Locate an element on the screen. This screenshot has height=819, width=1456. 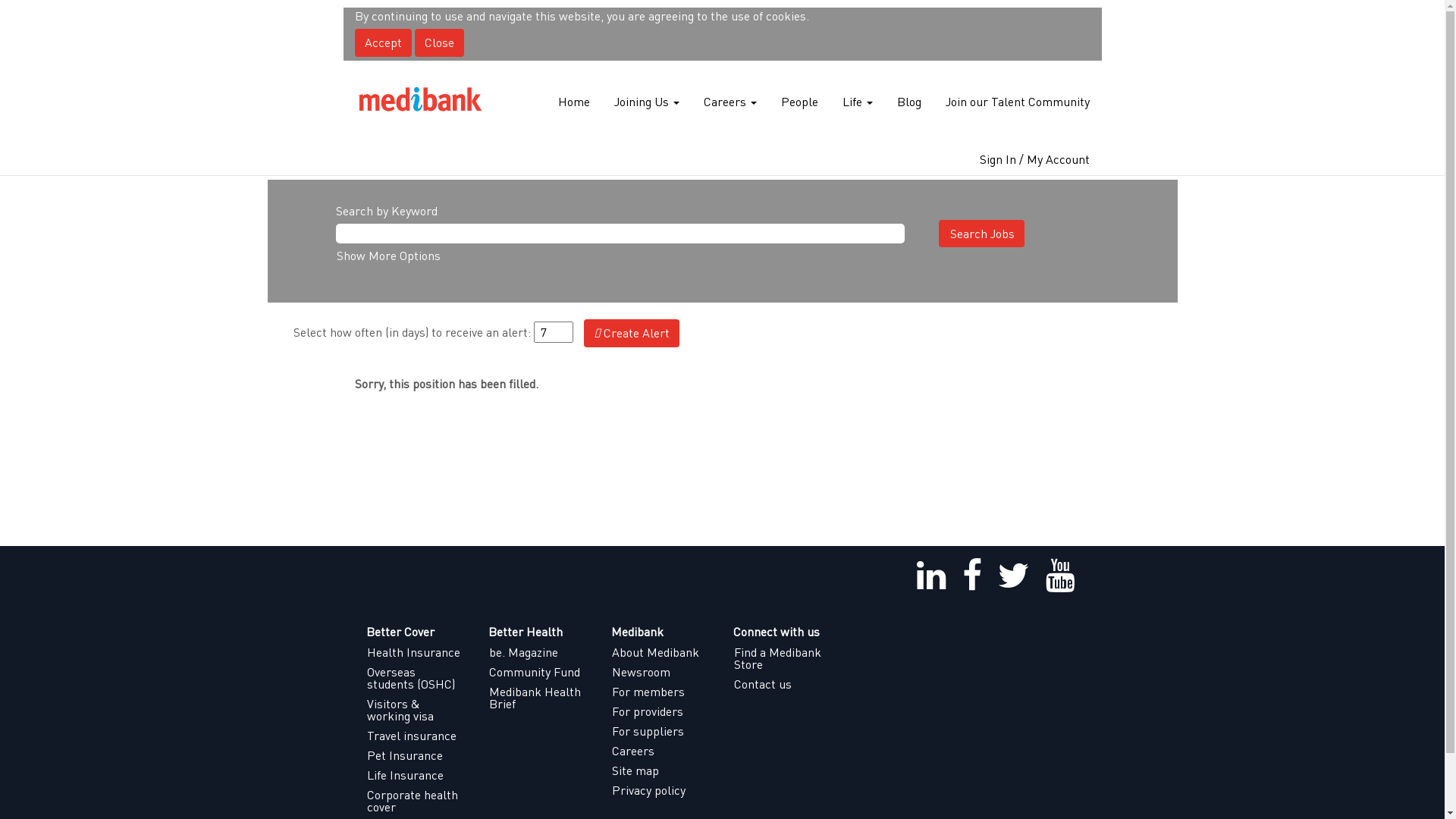
'Pet Insurance' is located at coordinates (365, 755).